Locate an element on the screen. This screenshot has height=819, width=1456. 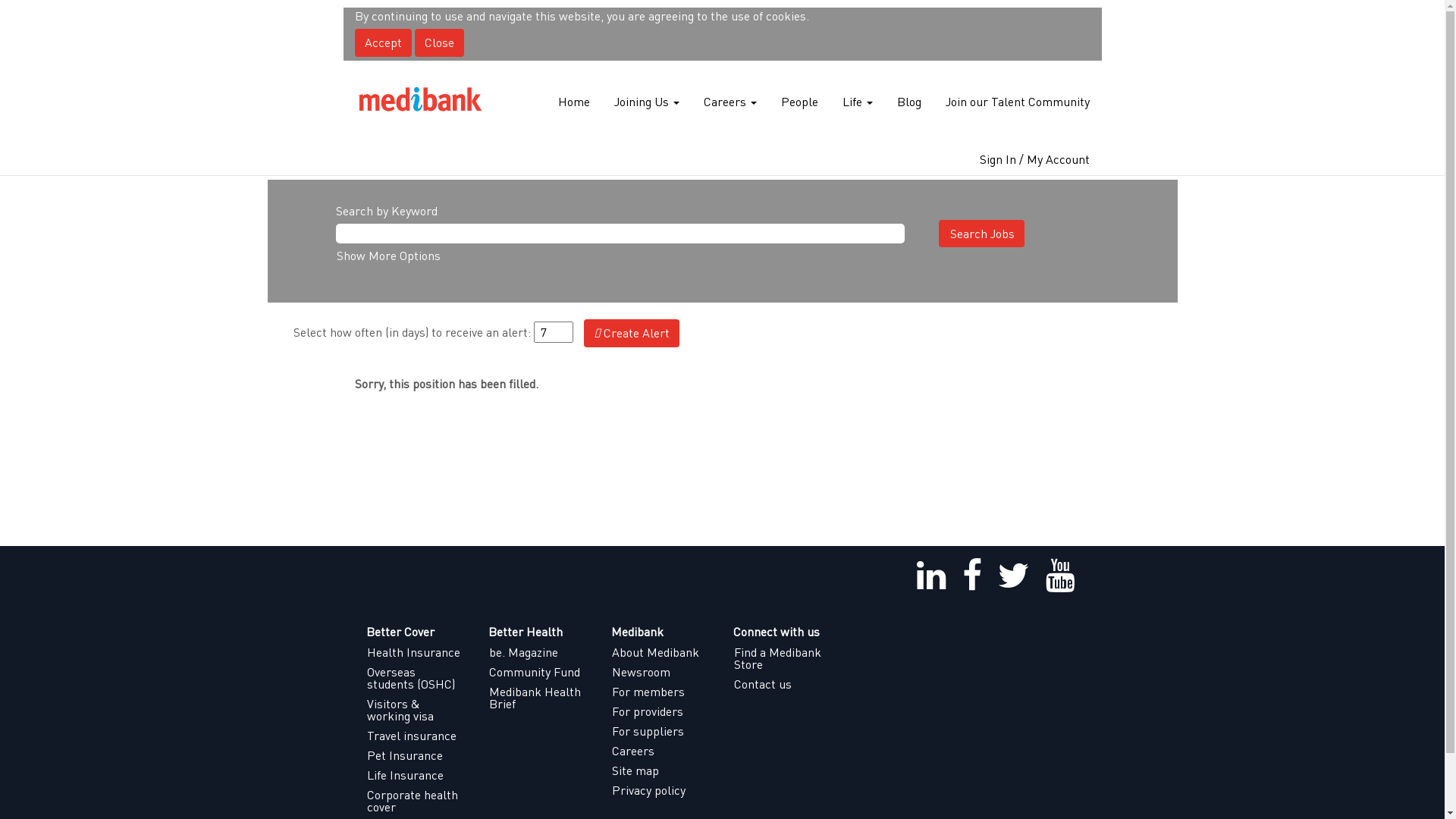
'Pet Insurance' is located at coordinates (365, 755).